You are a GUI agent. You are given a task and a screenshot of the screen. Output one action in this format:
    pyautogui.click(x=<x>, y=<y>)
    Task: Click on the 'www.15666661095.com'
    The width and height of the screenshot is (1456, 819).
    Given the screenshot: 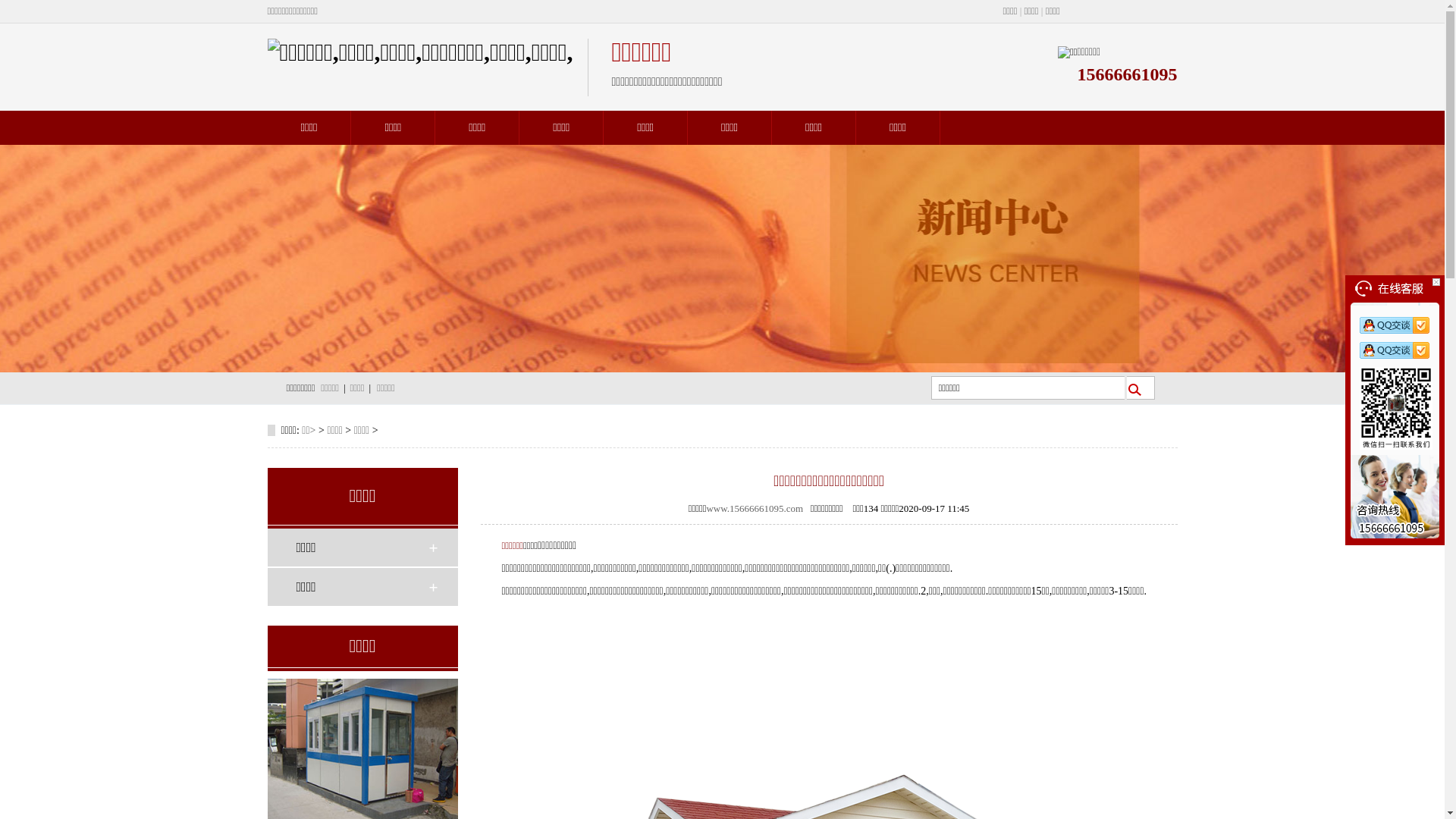 What is the action you would take?
    pyautogui.click(x=754, y=508)
    